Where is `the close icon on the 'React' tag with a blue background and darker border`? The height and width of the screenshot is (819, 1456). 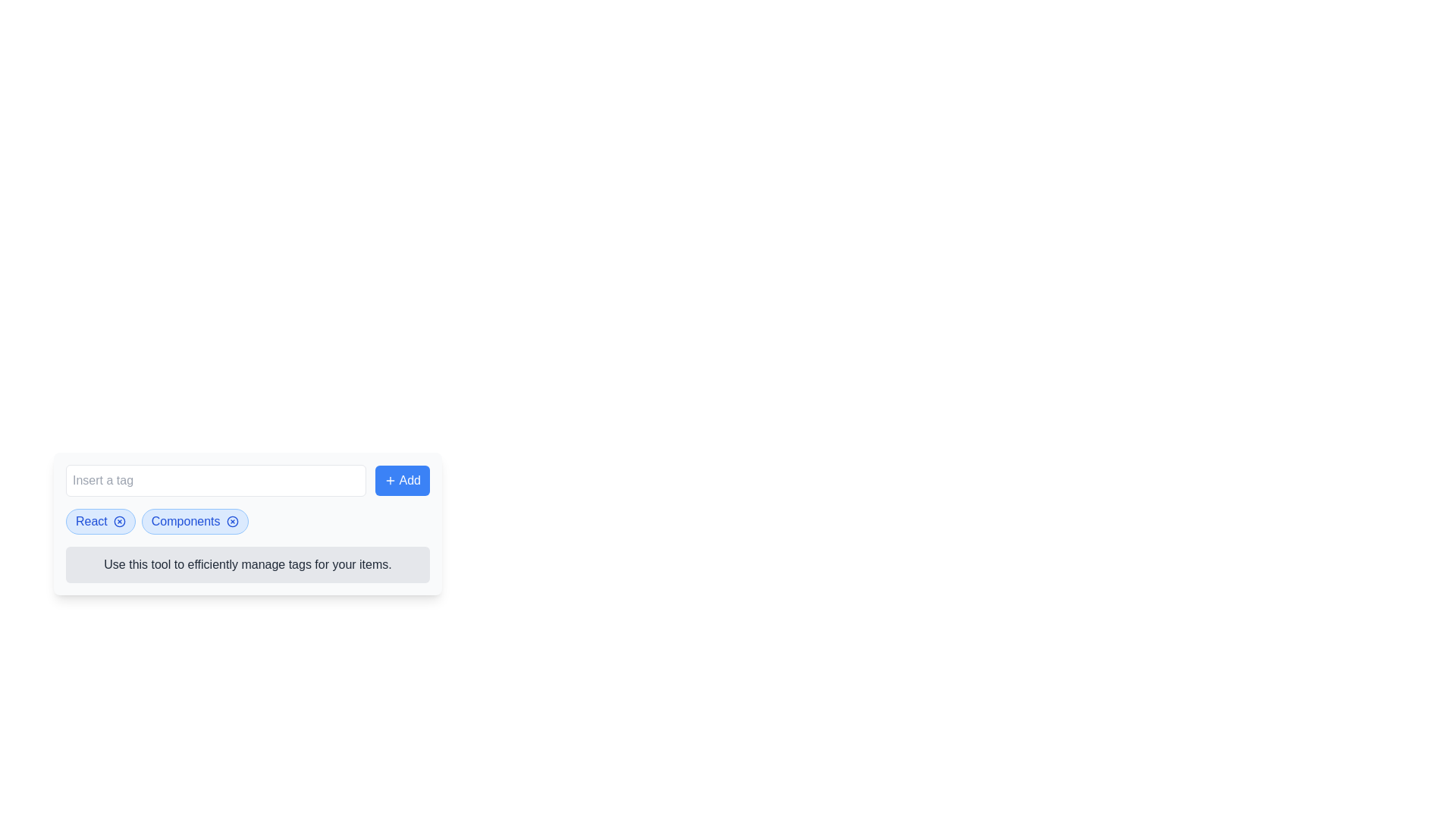 the close icon on the 'React' tag with a blue background and darker border is located at coordinates (99, 520).